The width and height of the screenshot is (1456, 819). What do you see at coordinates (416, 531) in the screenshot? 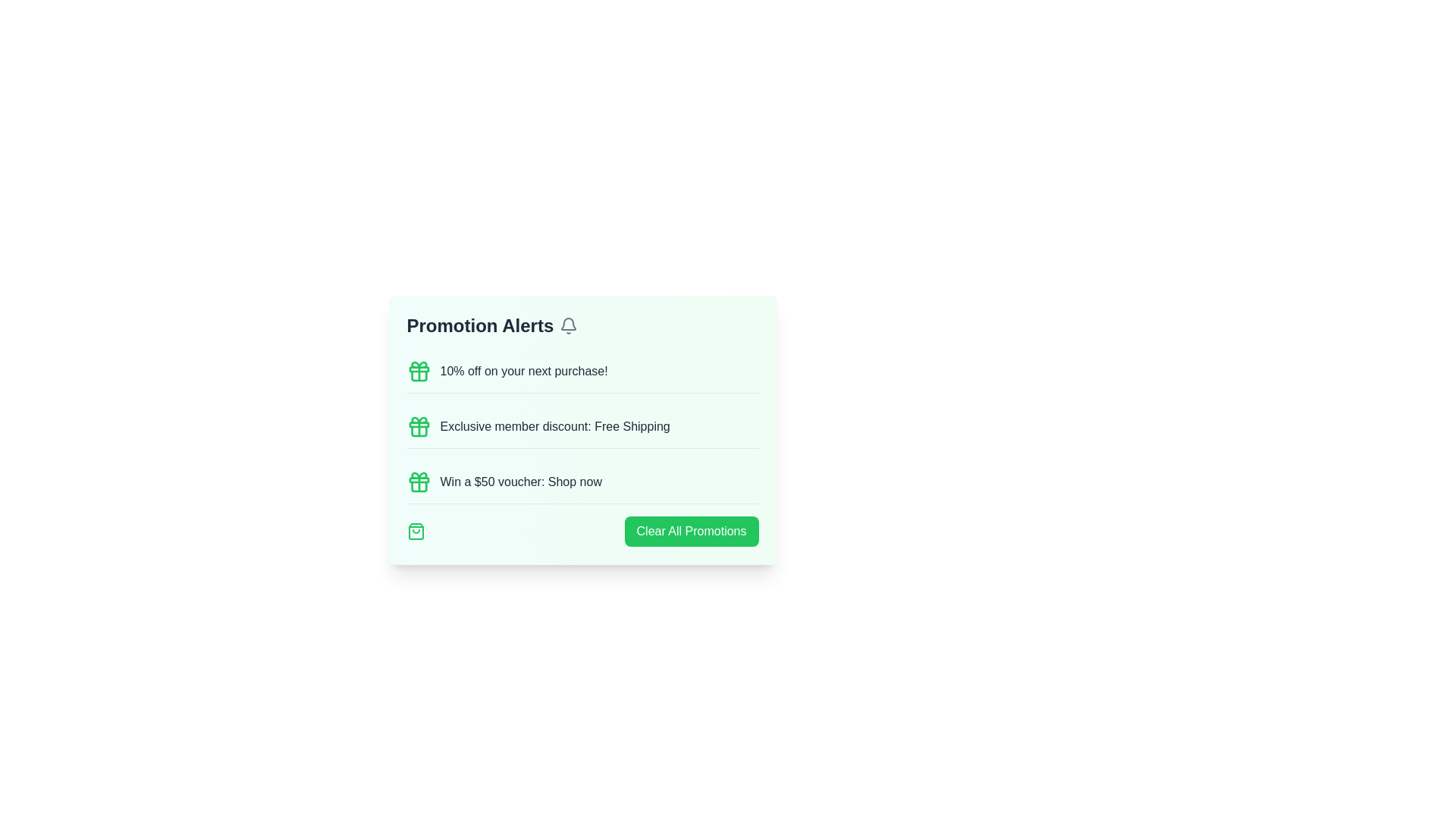
I see `the shopping bag icon with a green outline and fill, located at the bottom of the promotion card interface, next to the 'Clear All Promotions' button` at bounding box center [416, 531].